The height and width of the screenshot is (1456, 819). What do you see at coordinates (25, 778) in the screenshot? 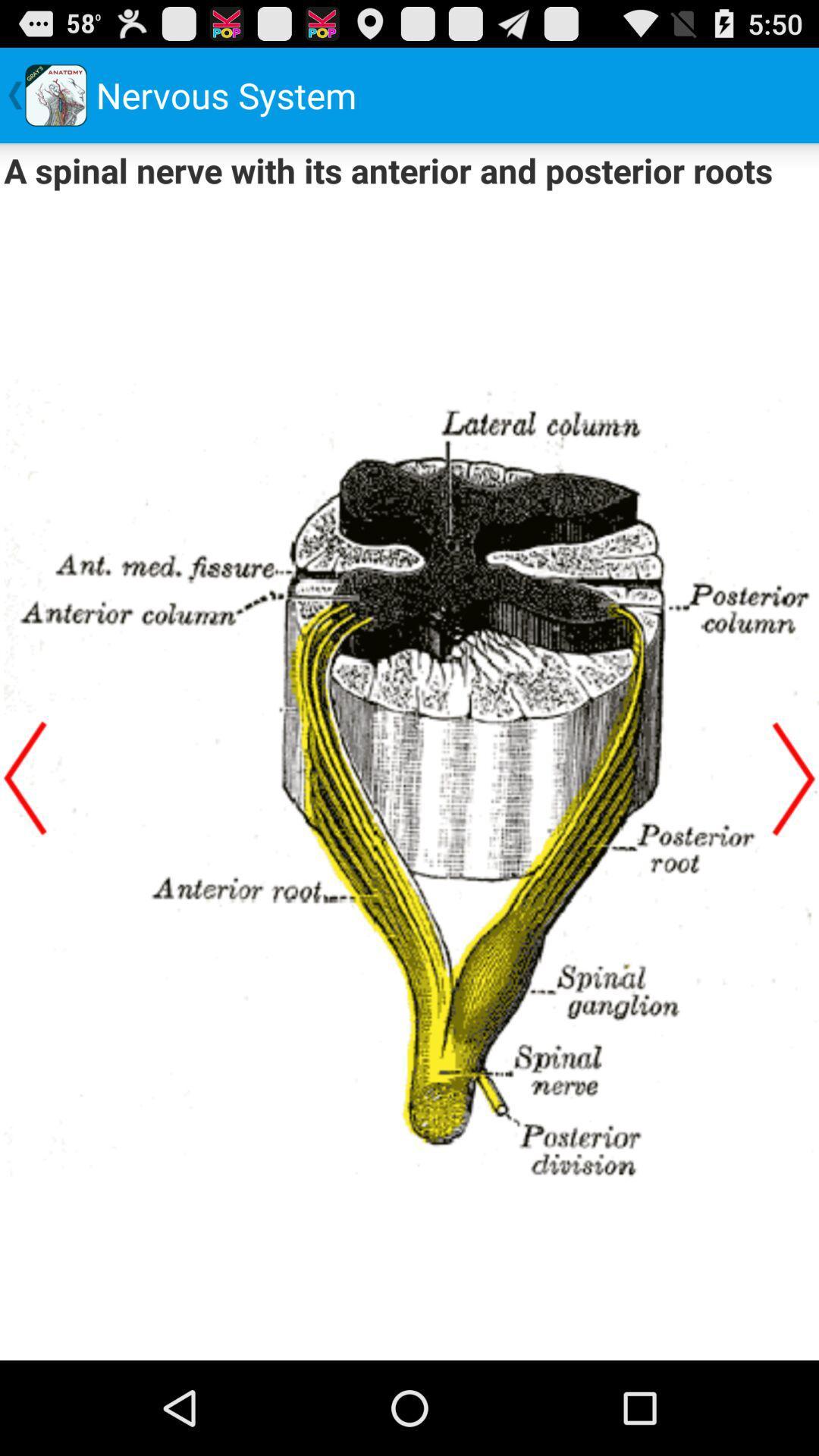
I see `previous page` at bounding box center [25, 778].